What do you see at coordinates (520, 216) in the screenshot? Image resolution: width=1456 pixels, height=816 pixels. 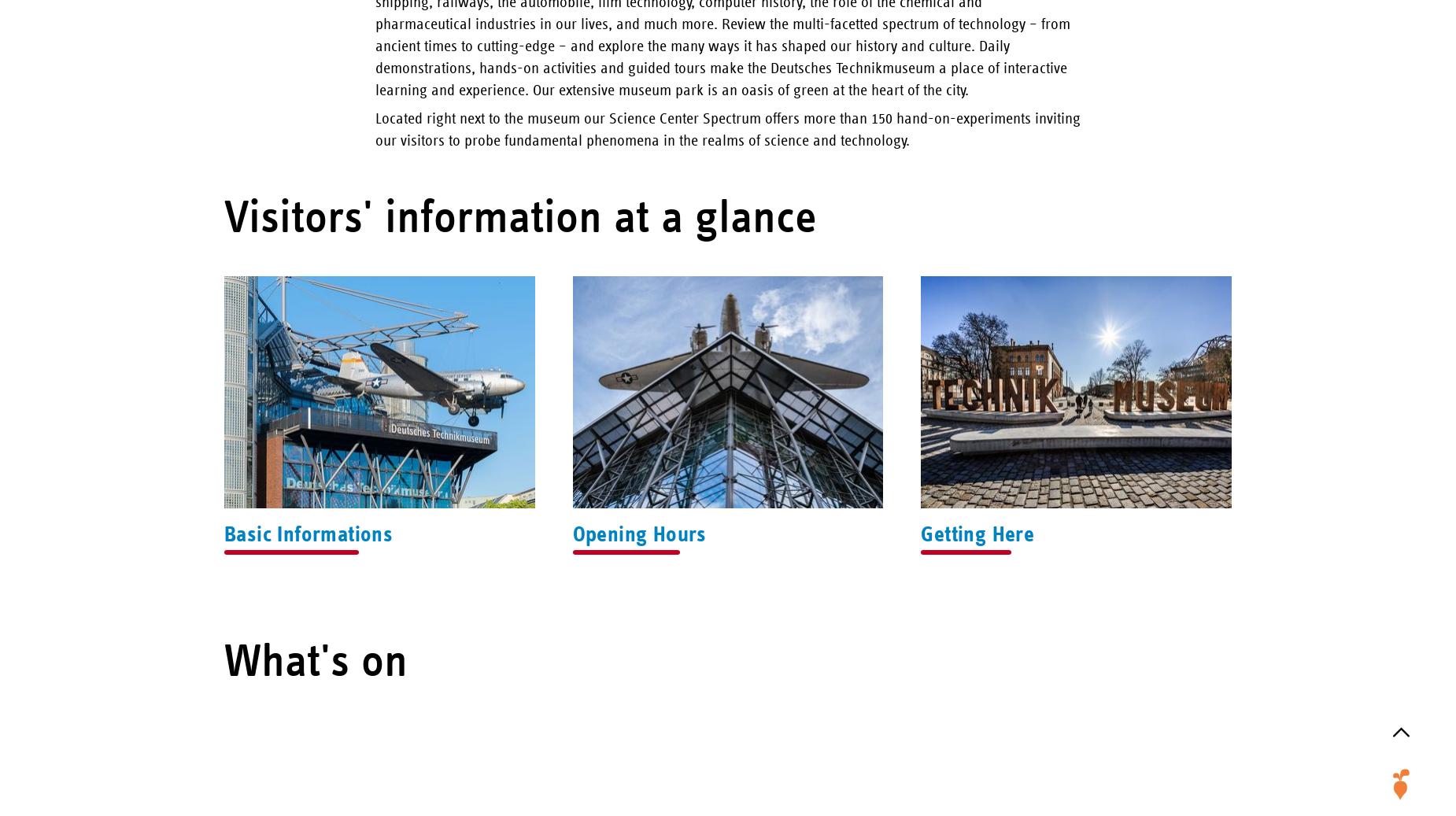 I see `'Visitors' information at a glance'` at bounding box center [520, 216].